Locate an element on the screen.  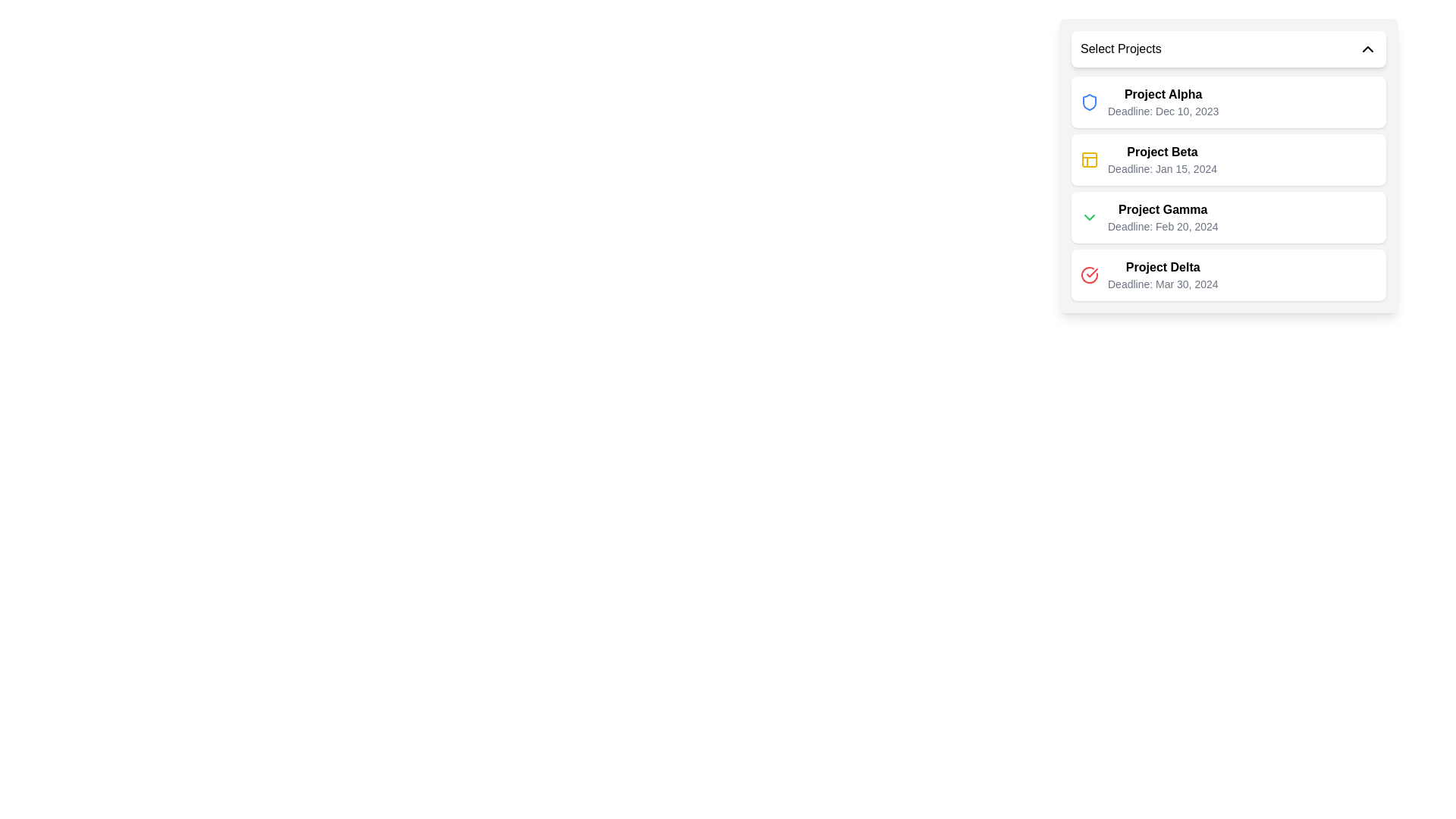
the chevron icon is located at coordinates (1088, 217).